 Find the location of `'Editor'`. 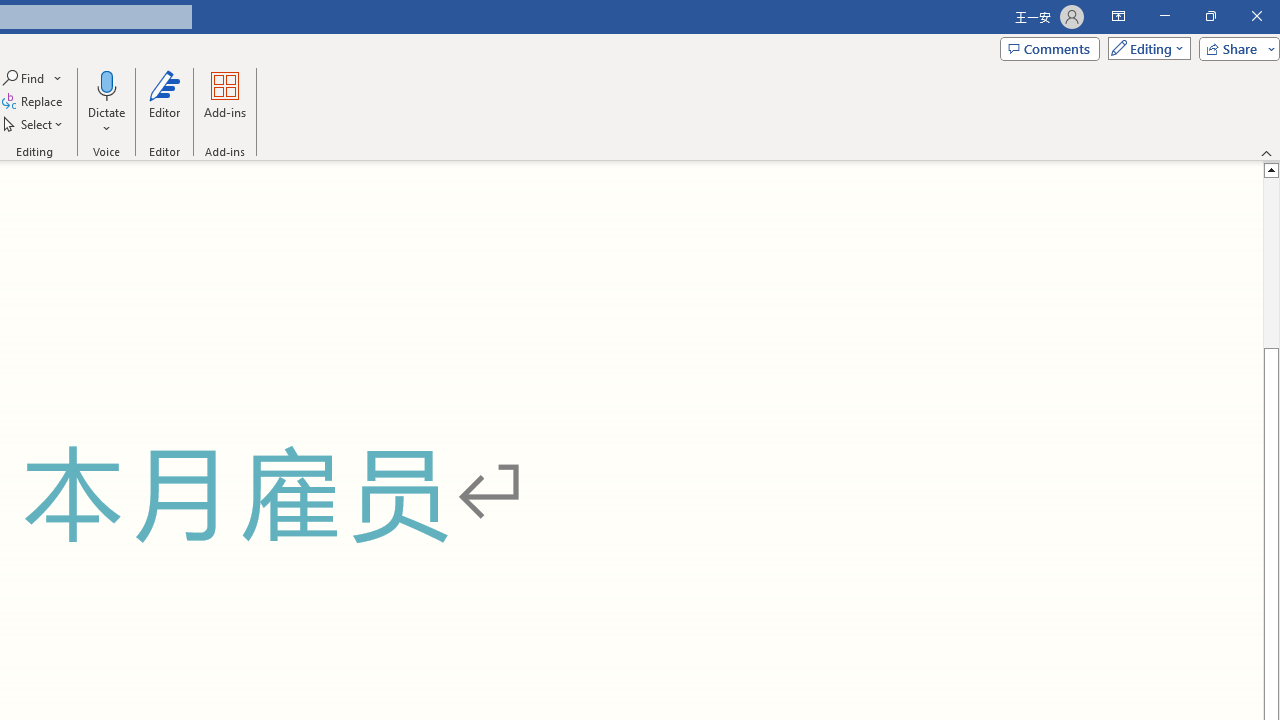

'Editor' is located at coordinates (164, 103).